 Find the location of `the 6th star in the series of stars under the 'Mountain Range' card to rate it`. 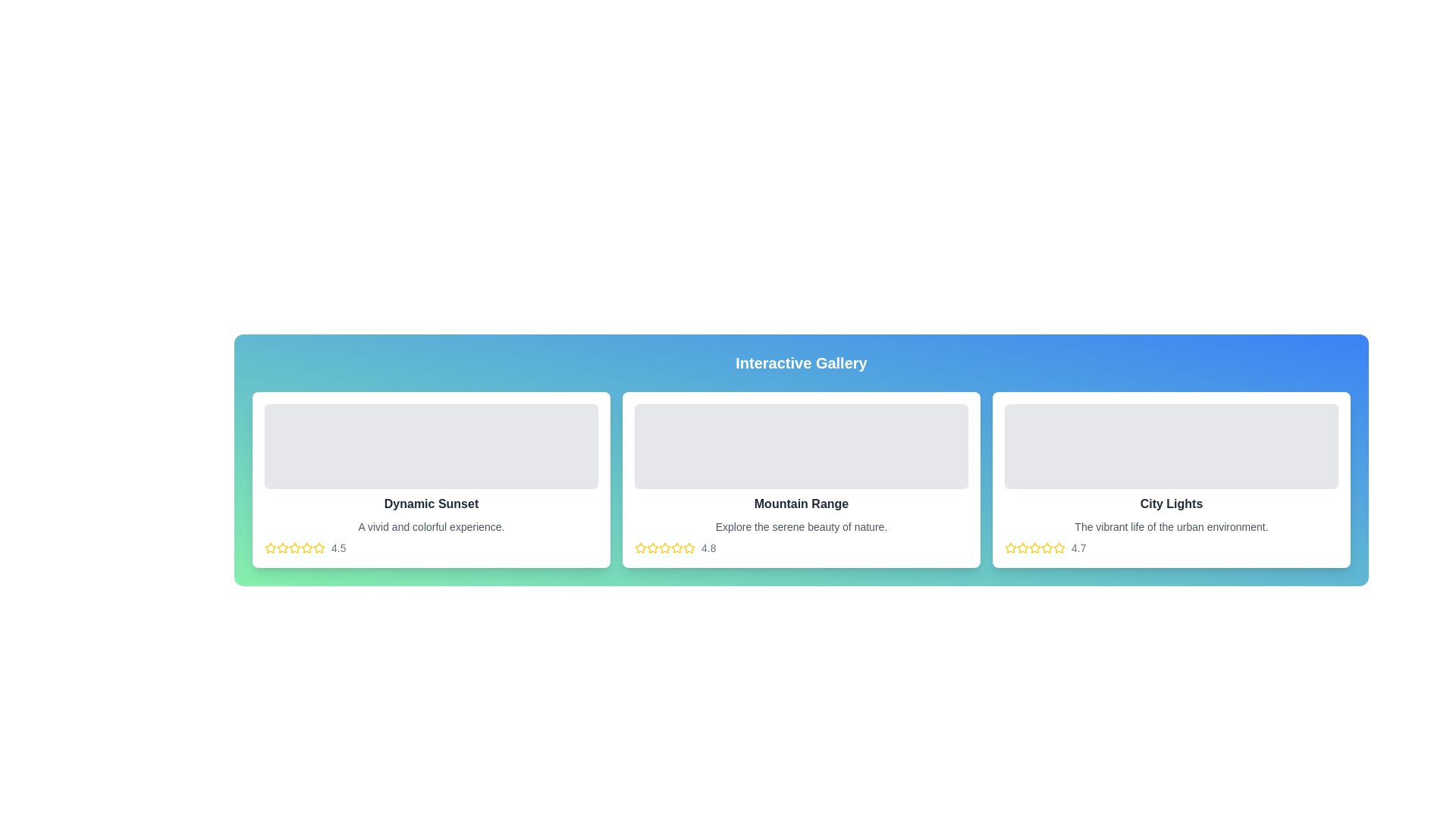

the 6th star in the series of stars under the 'Mountain Range' card to rate it is located at coordinates (676, 548).